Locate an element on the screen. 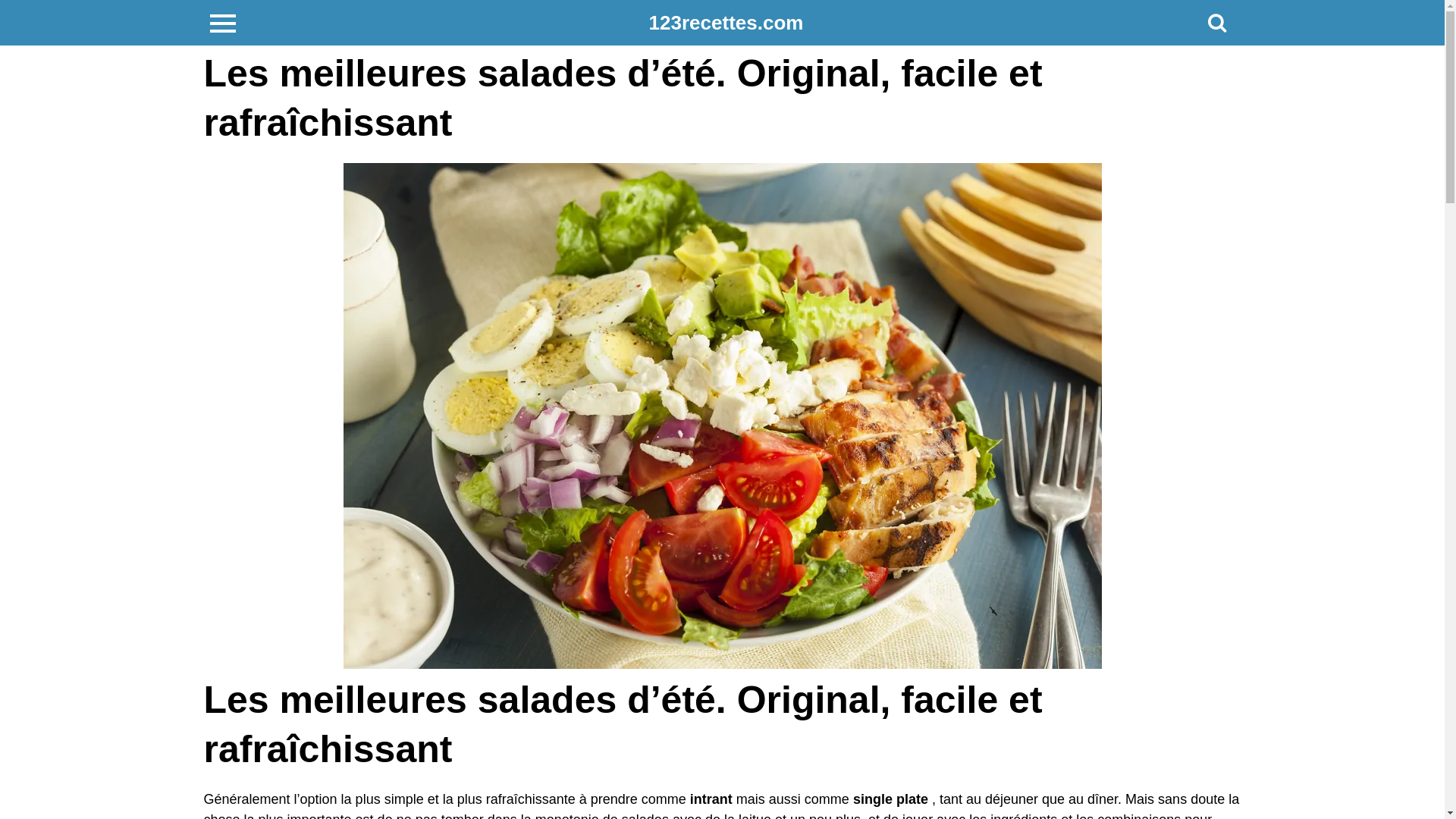 The width and height of the screenshot is (1456, 819). '123recettes.com' is located at coordinates (648, 23).